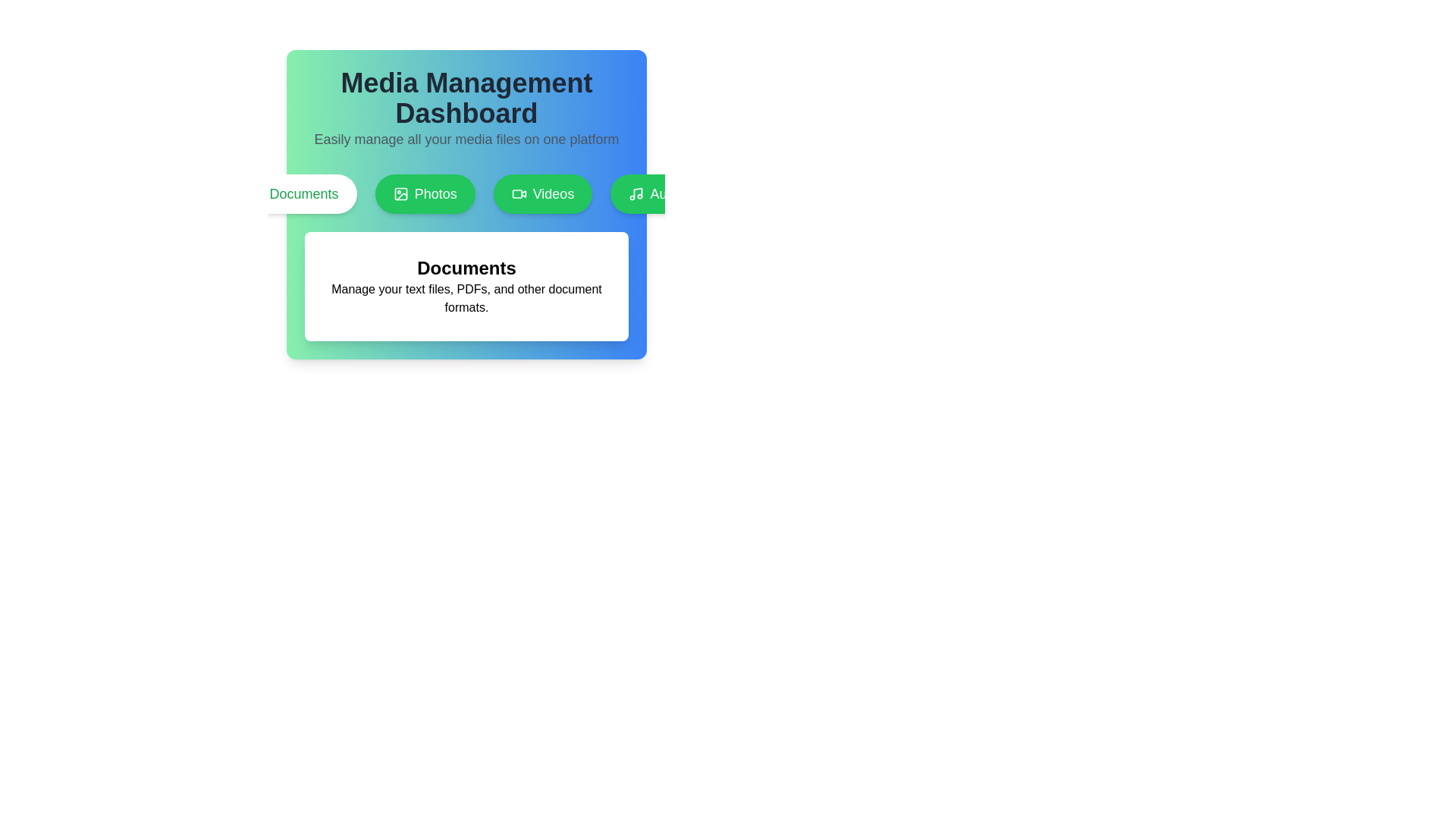  Describe the element at coordinates (542, 193) in the screenshot. I see `the green, rounded 'Videos' button with a white video camera icon` at that location.